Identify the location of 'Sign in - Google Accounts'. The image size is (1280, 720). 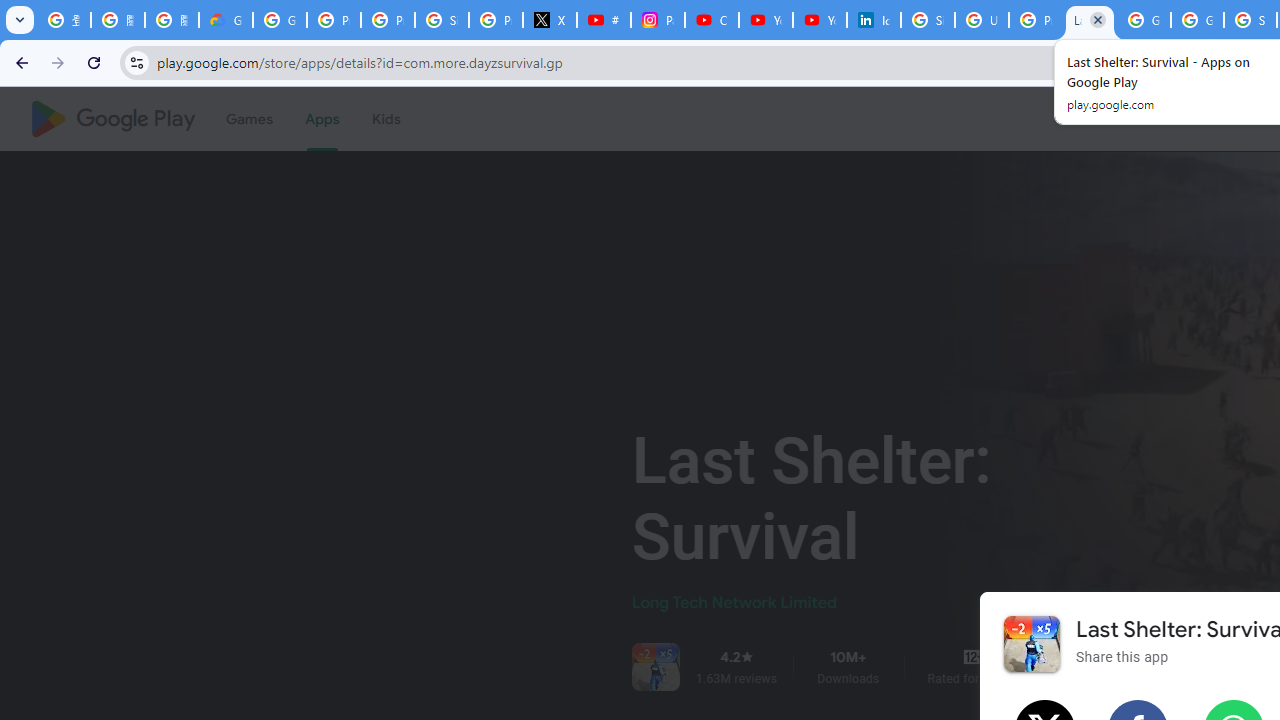
(927, 20).